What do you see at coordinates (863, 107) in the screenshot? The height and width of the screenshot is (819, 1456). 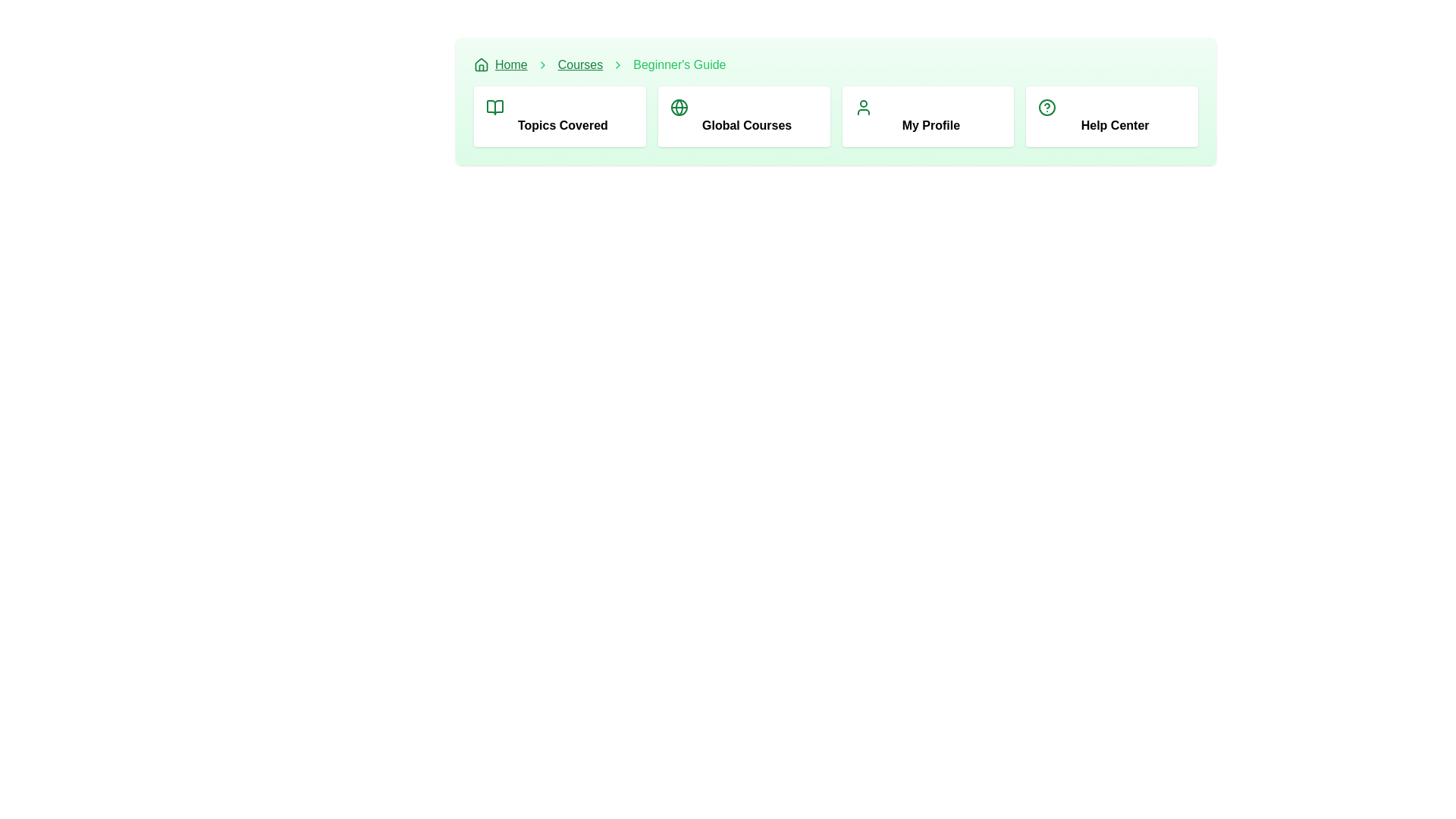 I see `the user profile icon located in the 'My Profile' section of the navigation card area, between 'Global Courses' and 'Help Center'` at bounding box center [863, 107].